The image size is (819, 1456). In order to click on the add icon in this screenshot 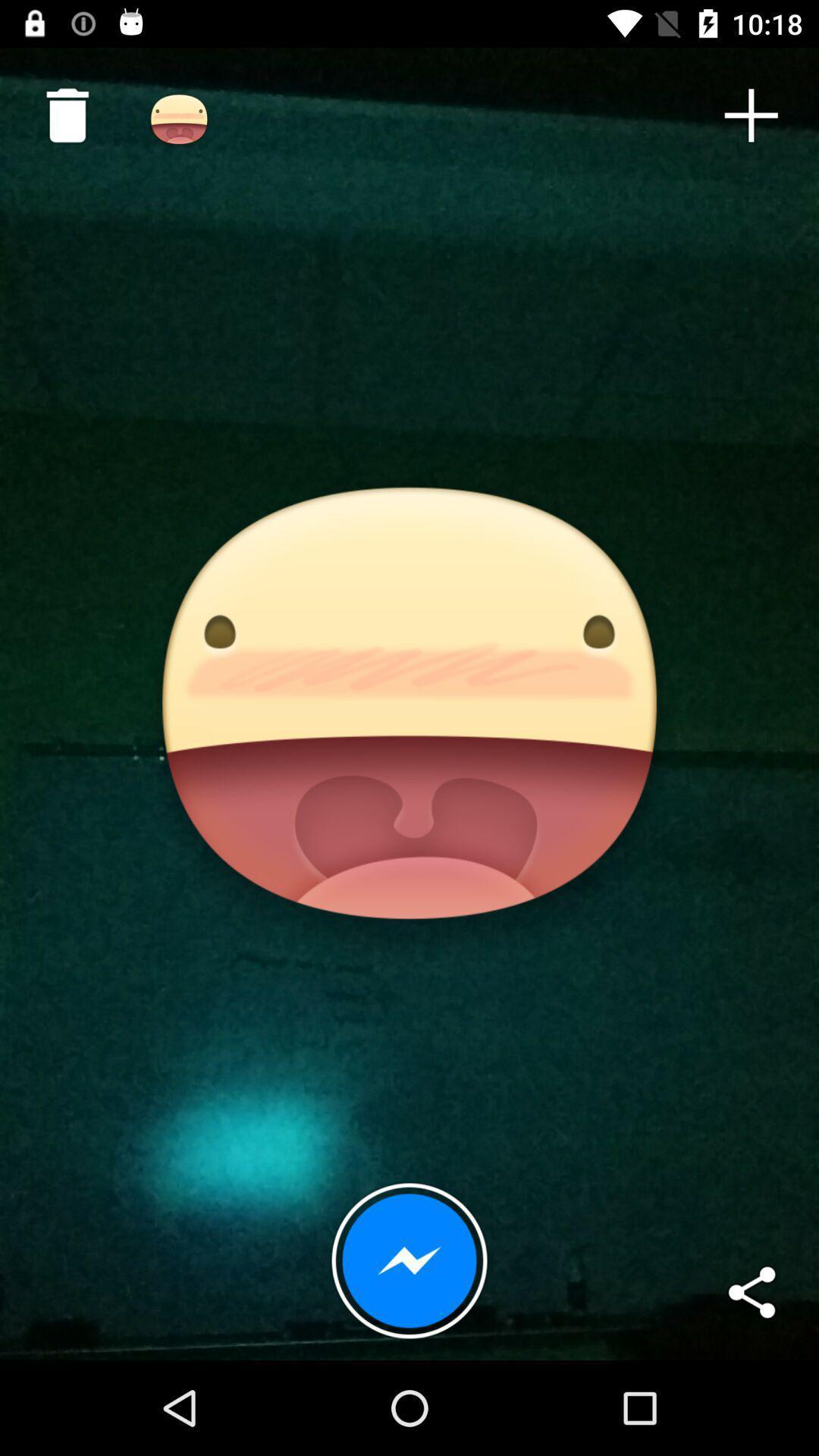, I will do `click(751, 115)`.